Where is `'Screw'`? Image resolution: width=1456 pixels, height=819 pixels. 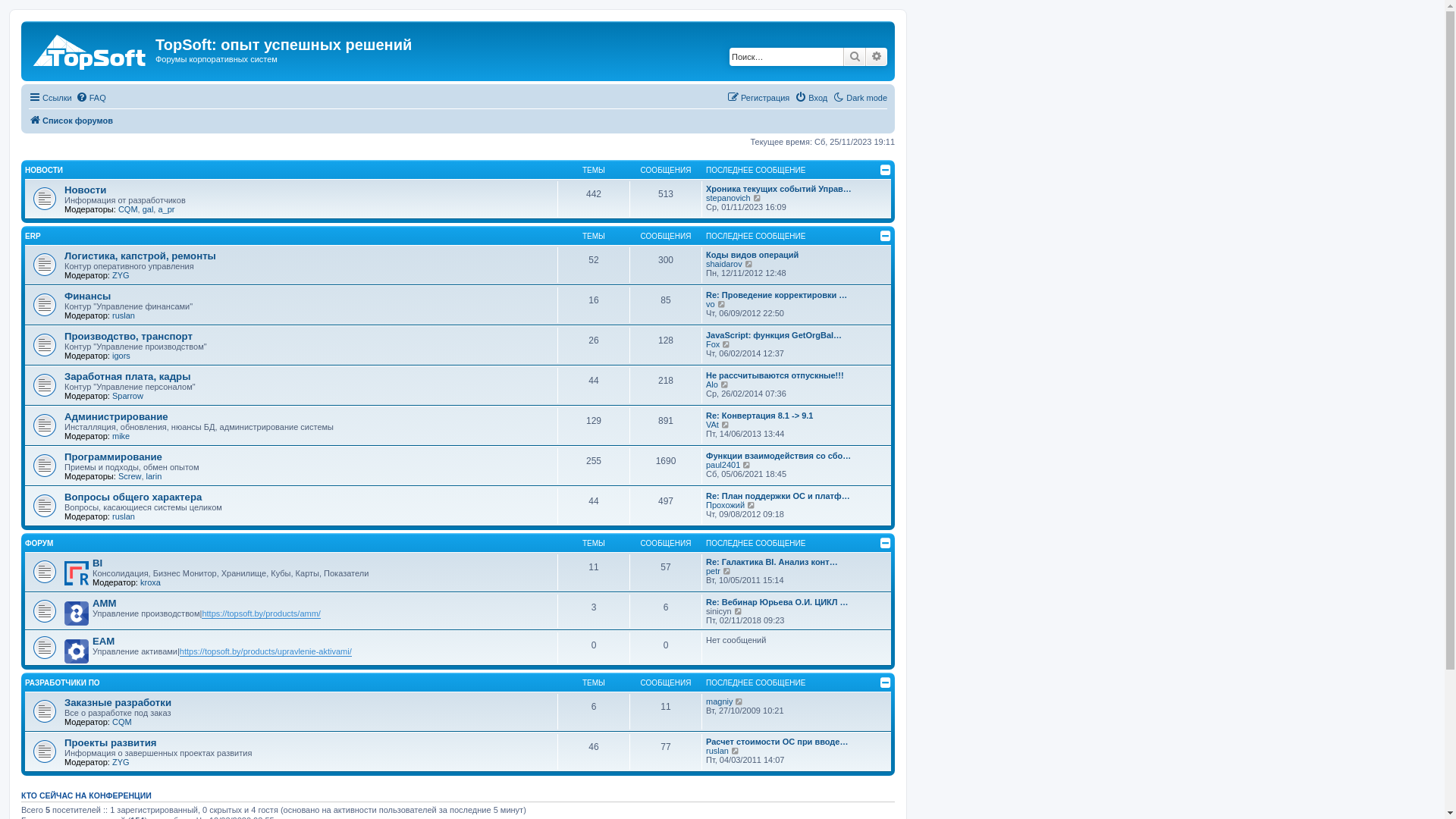
'Screw' is located at coordinates (118, 475).